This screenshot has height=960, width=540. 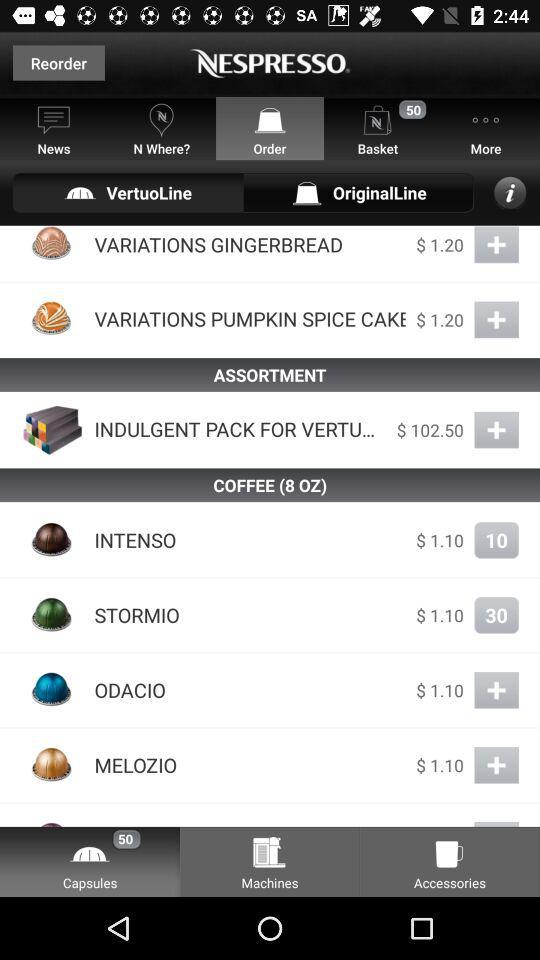 I want to click on the icon which is on the left side of stormio, so click(x=52, y=614).